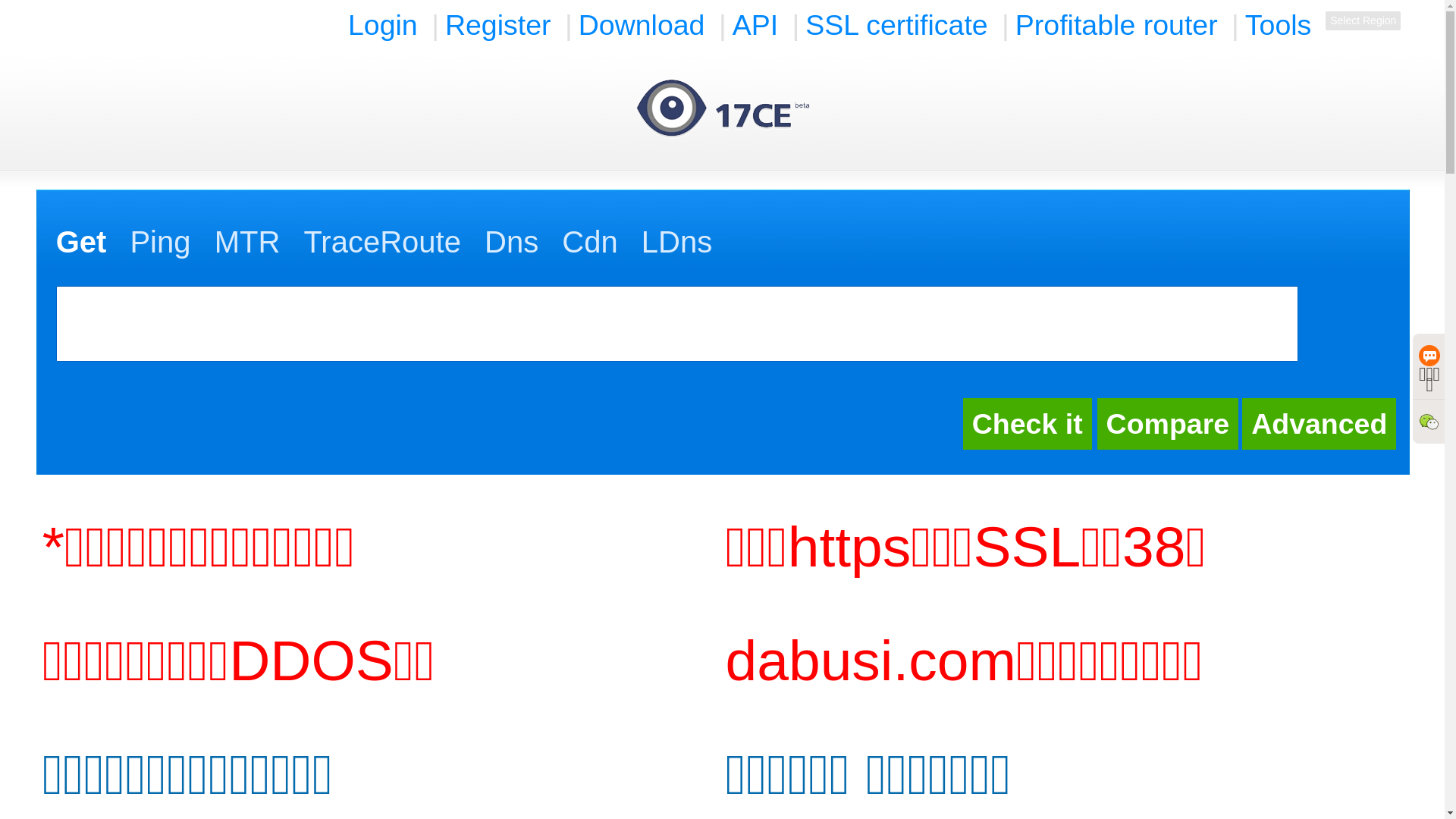 The height and width of the screenshot is (819, 1456). What do you see at coordinates (1241, 424) in the screenshot?
I see `'Advanced'` at bounding box center [1241, 424].